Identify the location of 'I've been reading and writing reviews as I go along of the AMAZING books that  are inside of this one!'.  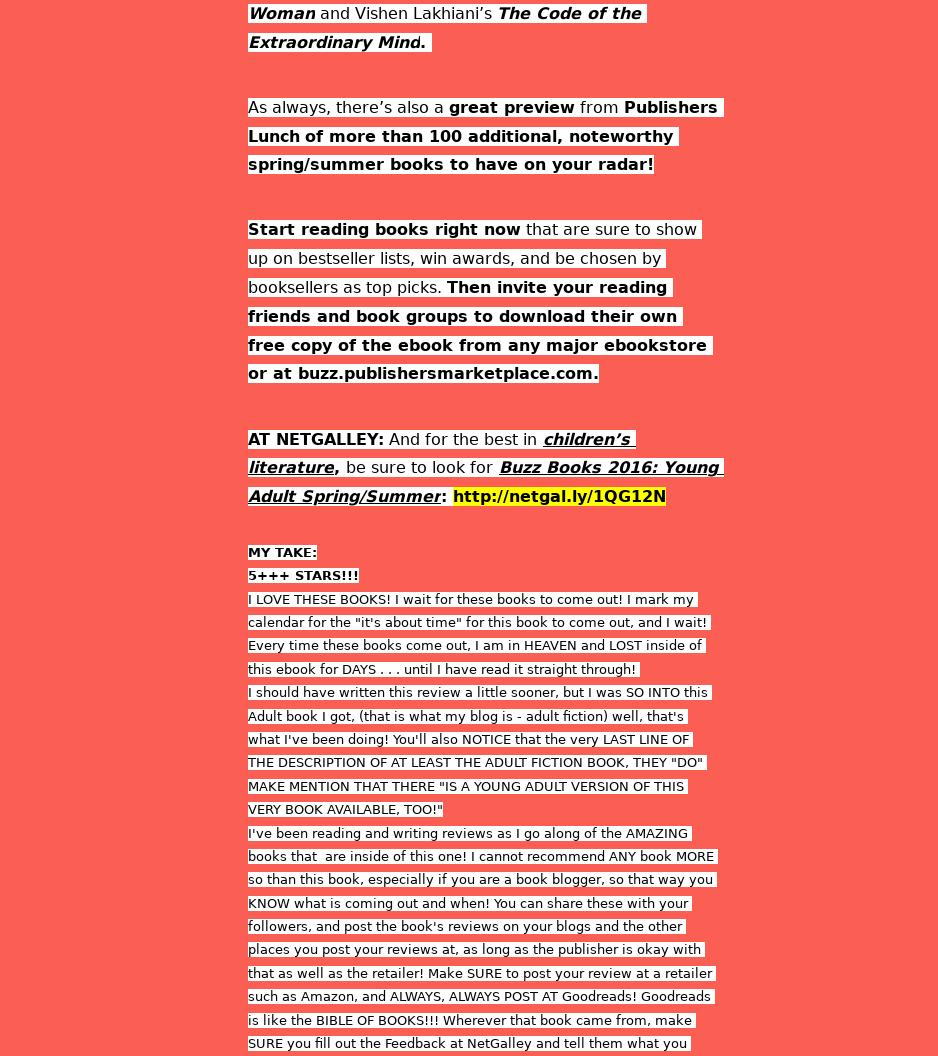
(470, 843).